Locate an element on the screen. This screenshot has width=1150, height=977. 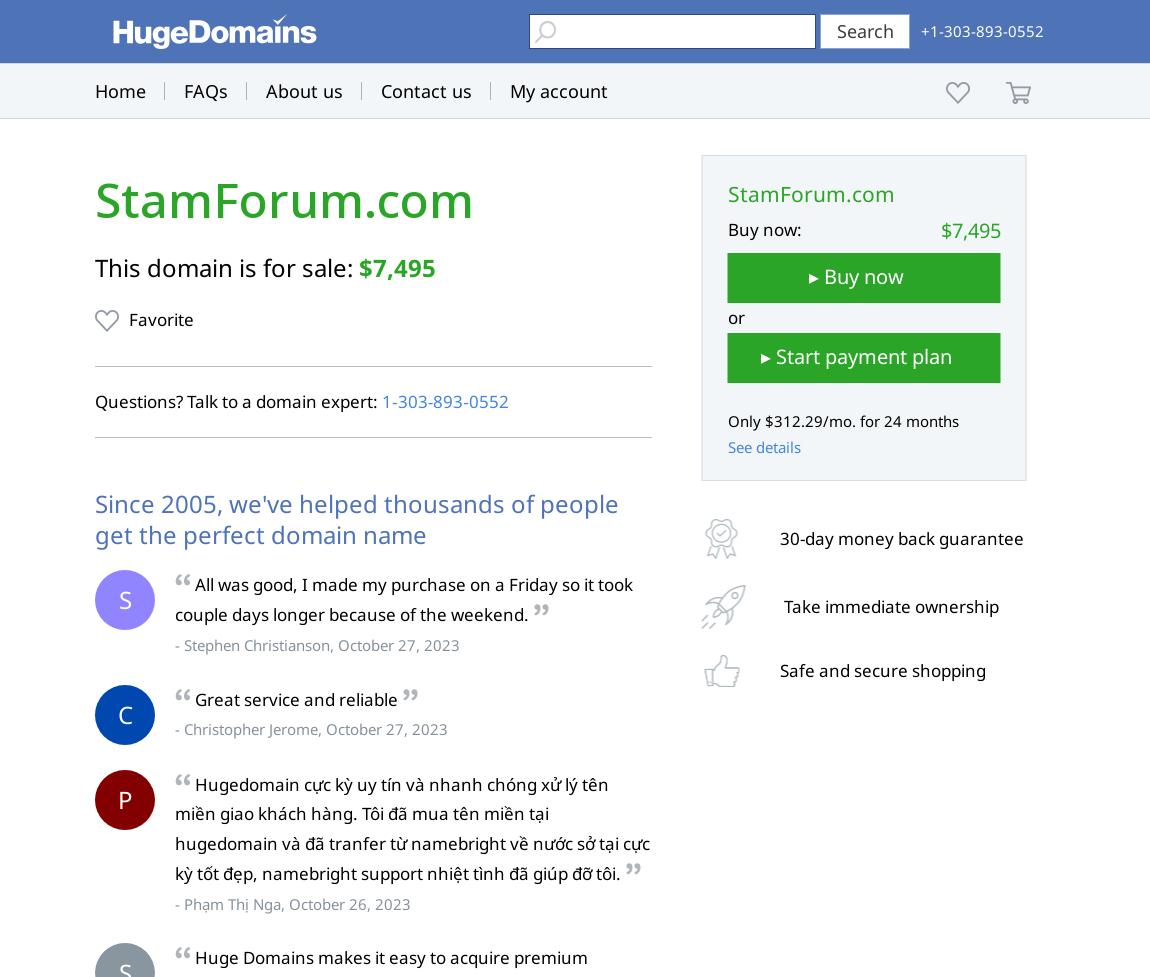
'+1-303-893-0552' is located at coordinates (921, 30).